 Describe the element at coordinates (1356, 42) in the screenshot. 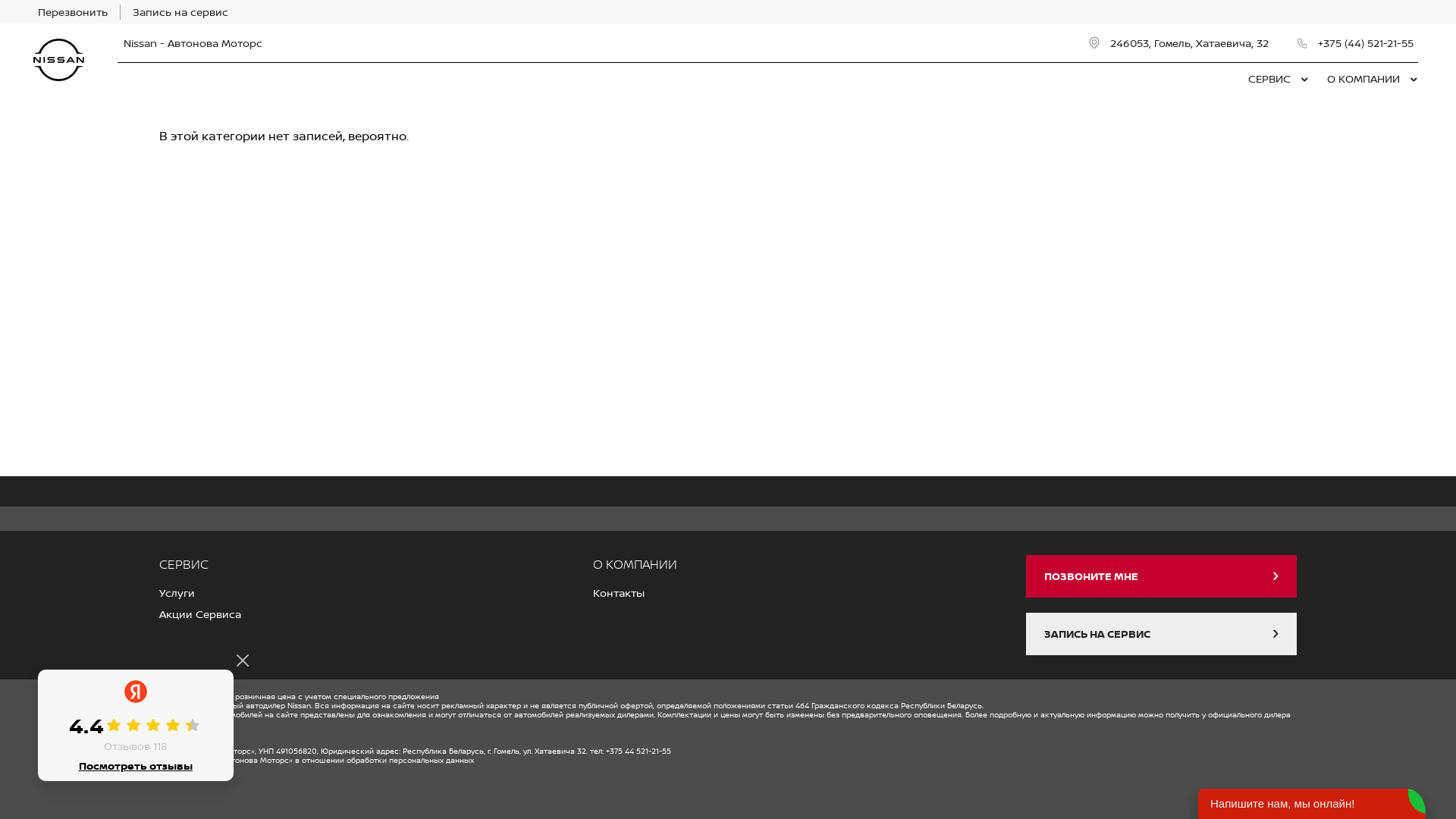

I see `'+375 (44) 521-21-55'` at that location.